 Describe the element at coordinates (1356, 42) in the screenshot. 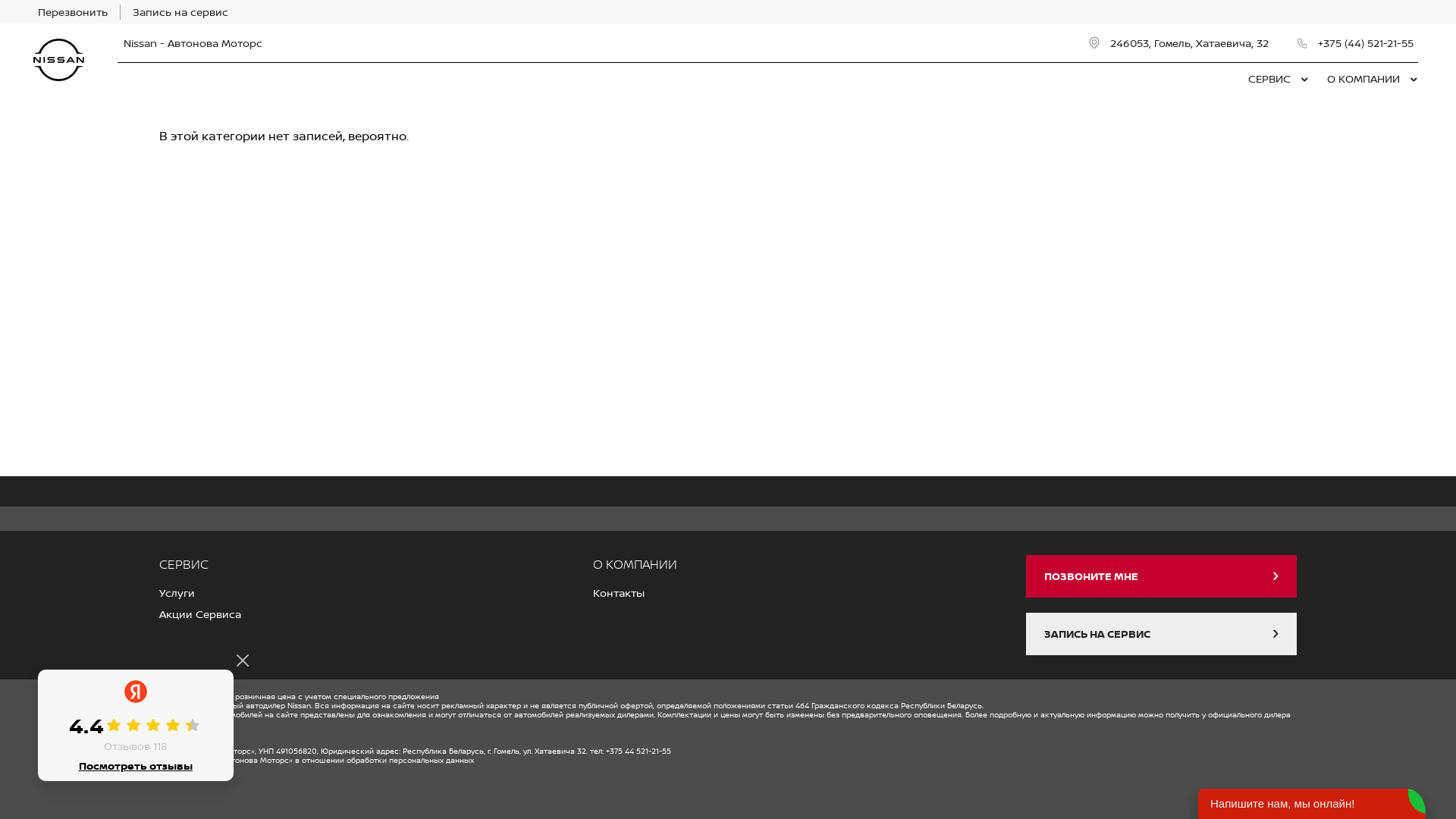

I see `'+375 (44) 521-21-55'` at that location.